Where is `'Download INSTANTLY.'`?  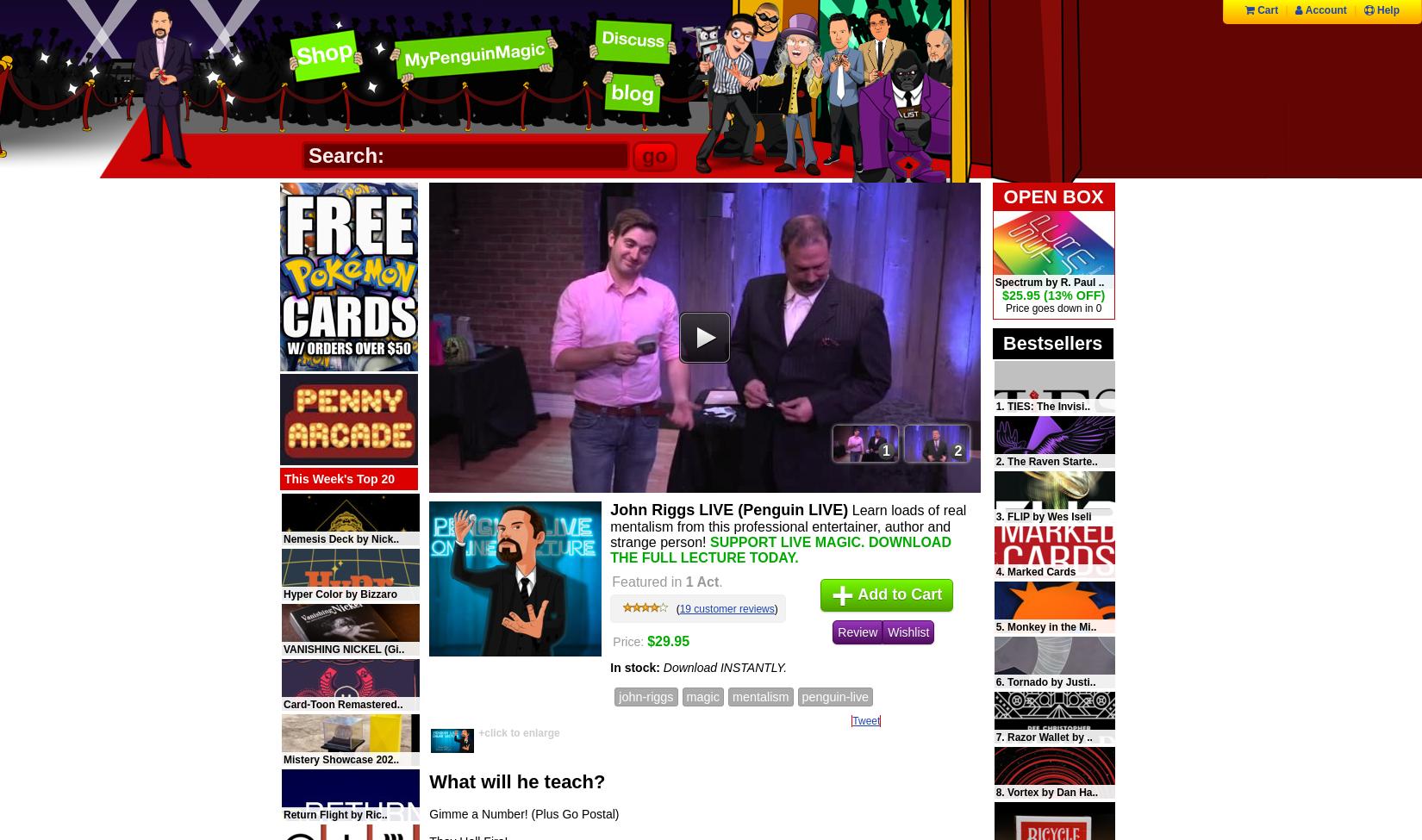
'Download INSTANTLY.' is located at coordinates (725, 667).